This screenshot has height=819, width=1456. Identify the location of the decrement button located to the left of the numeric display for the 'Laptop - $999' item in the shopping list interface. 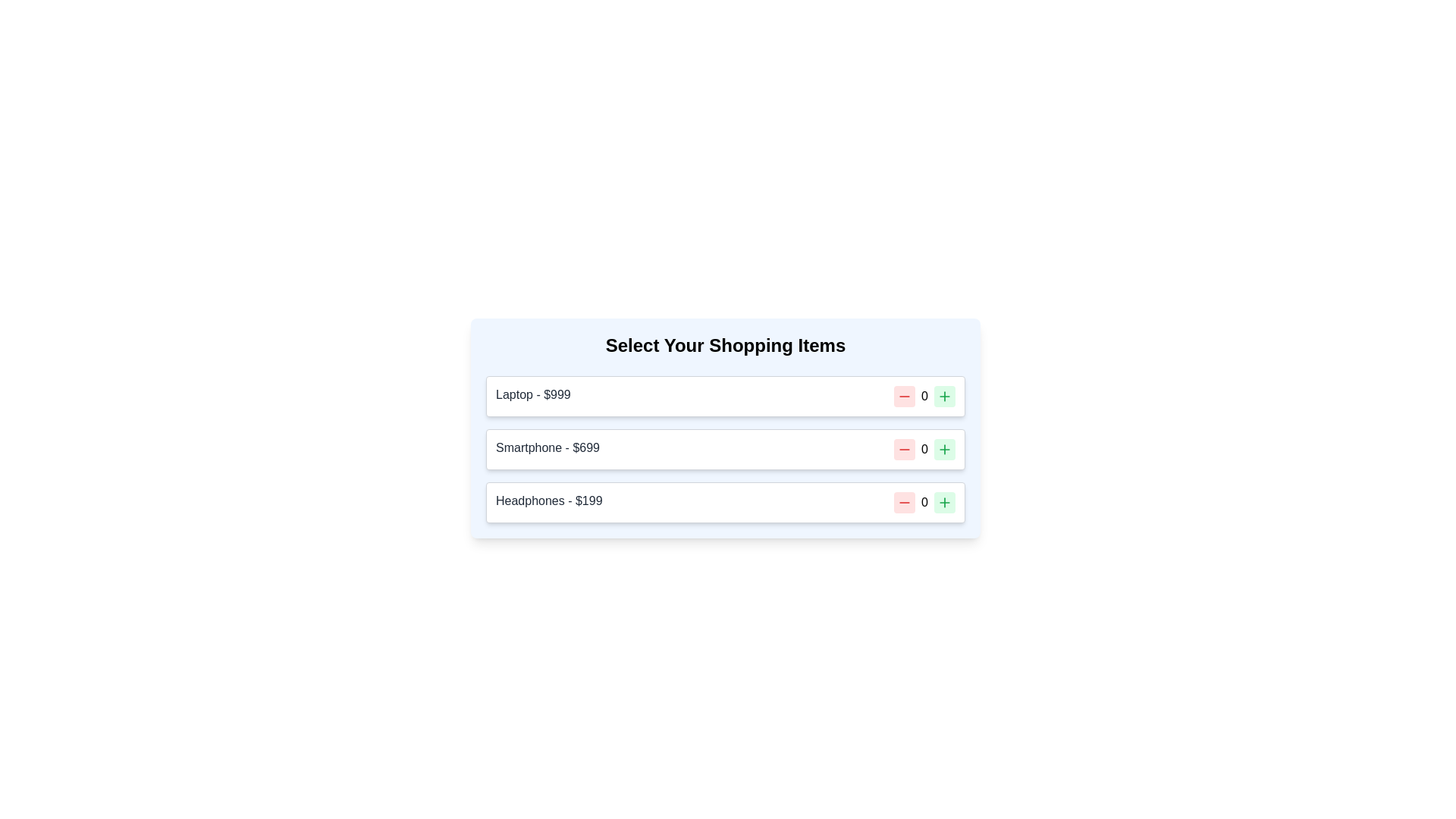
(905, 396).